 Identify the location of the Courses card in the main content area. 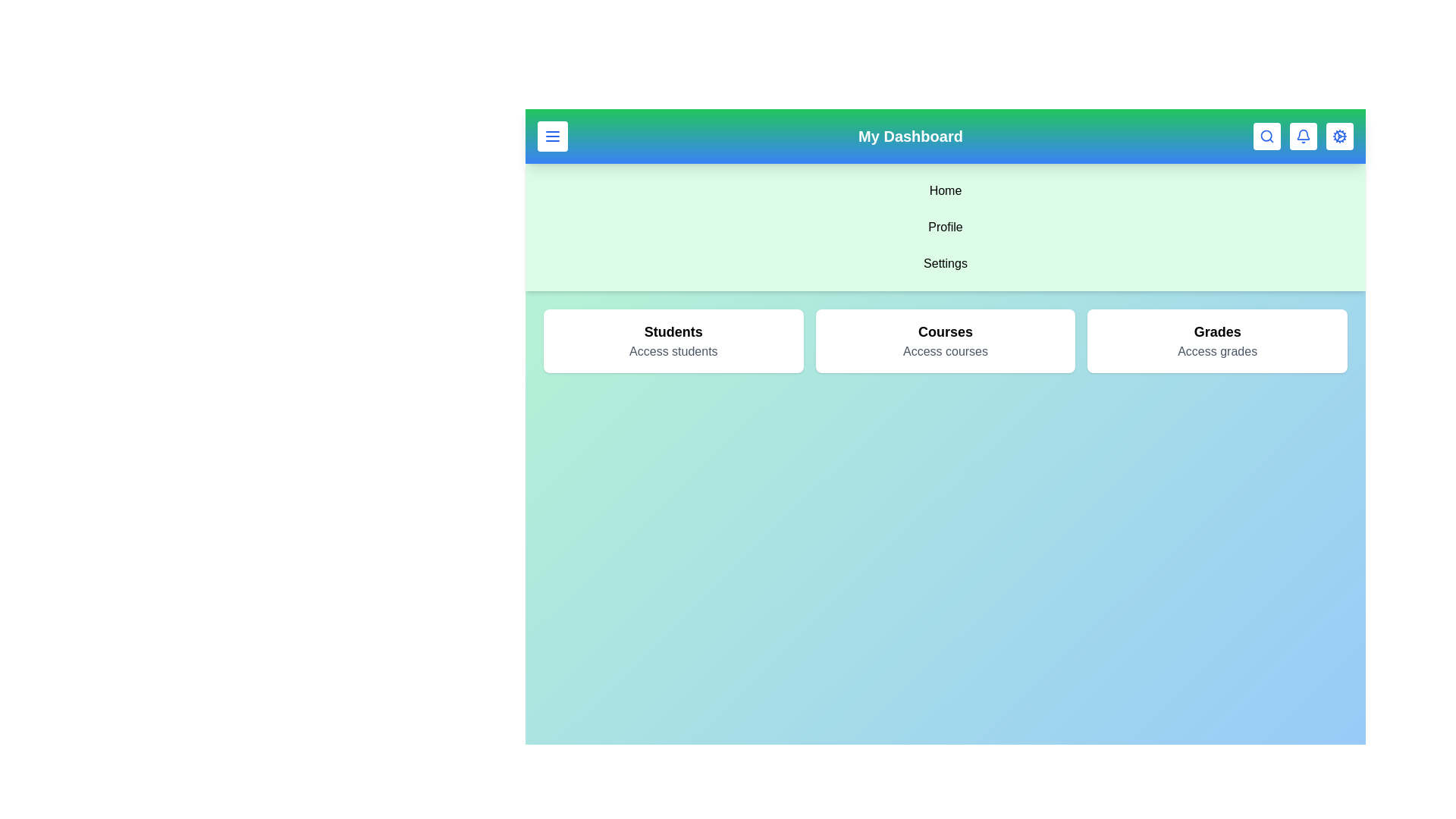
(945, 341).